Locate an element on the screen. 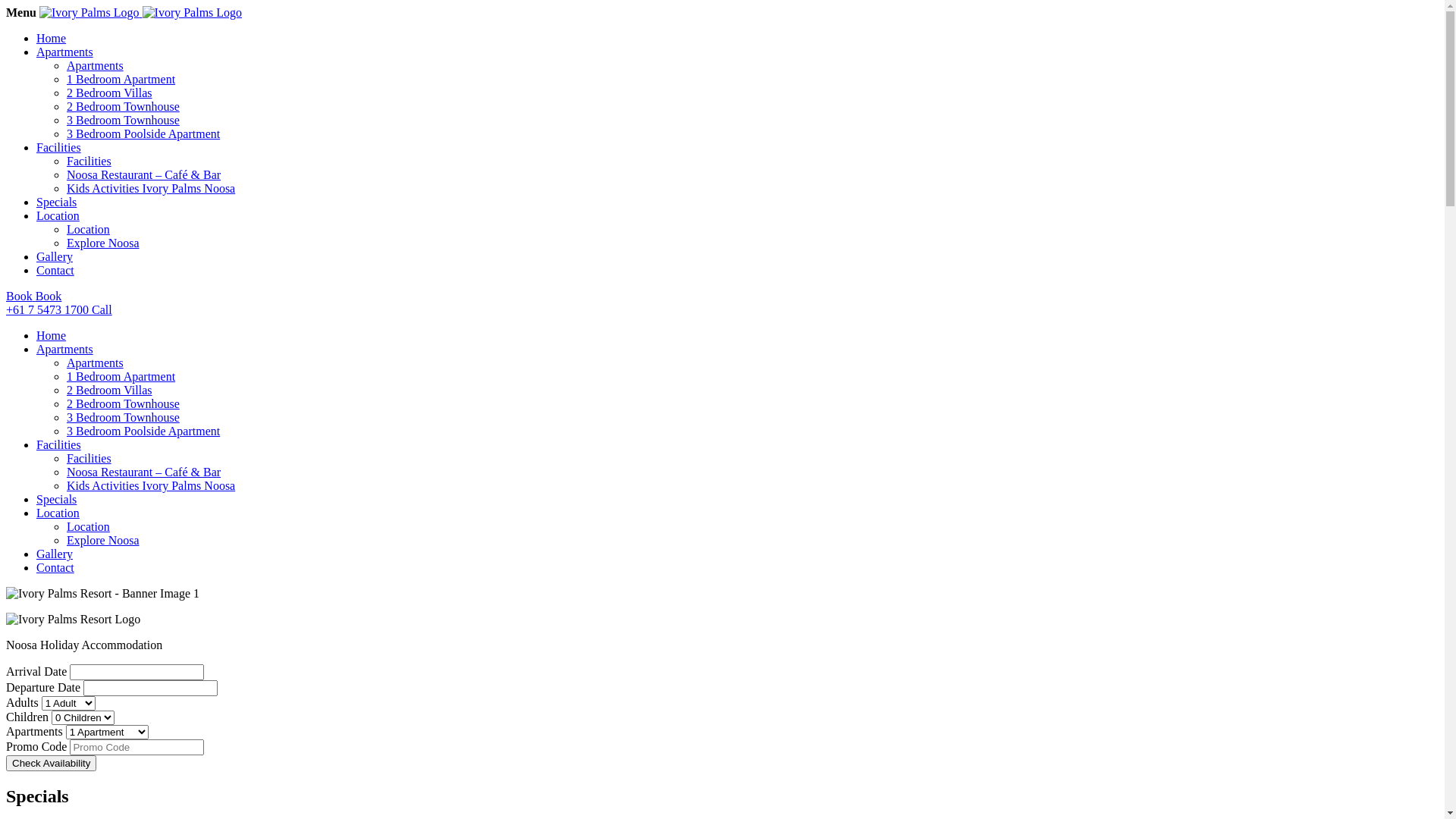 The image size is (1456, 819). 'Gallery' is located at coordinates (36, 256).